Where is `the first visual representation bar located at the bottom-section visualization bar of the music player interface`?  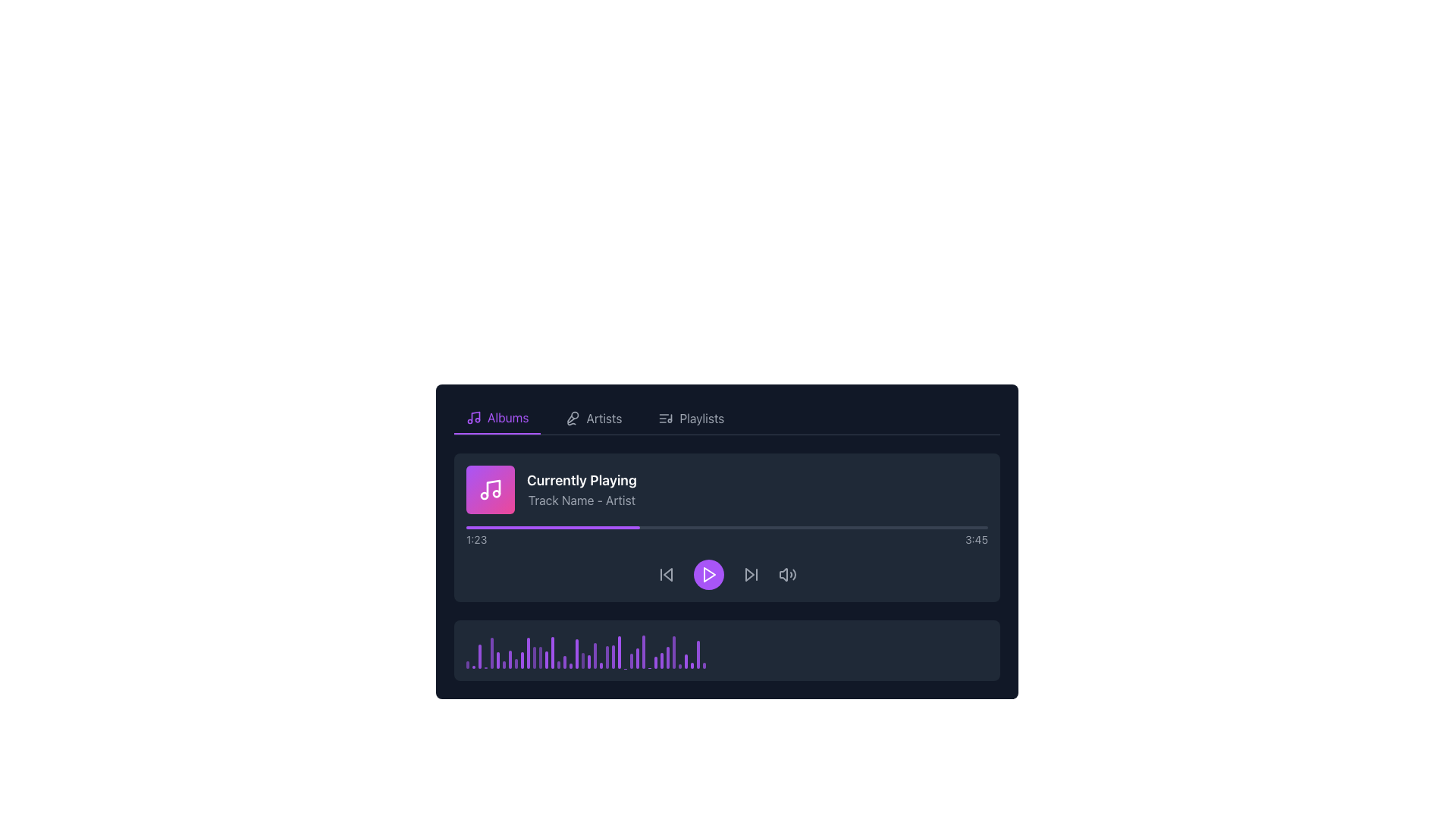 the first visual representation bar located at the bottom-section visualization bar of the music player interface is located at coordinates (467, 663).